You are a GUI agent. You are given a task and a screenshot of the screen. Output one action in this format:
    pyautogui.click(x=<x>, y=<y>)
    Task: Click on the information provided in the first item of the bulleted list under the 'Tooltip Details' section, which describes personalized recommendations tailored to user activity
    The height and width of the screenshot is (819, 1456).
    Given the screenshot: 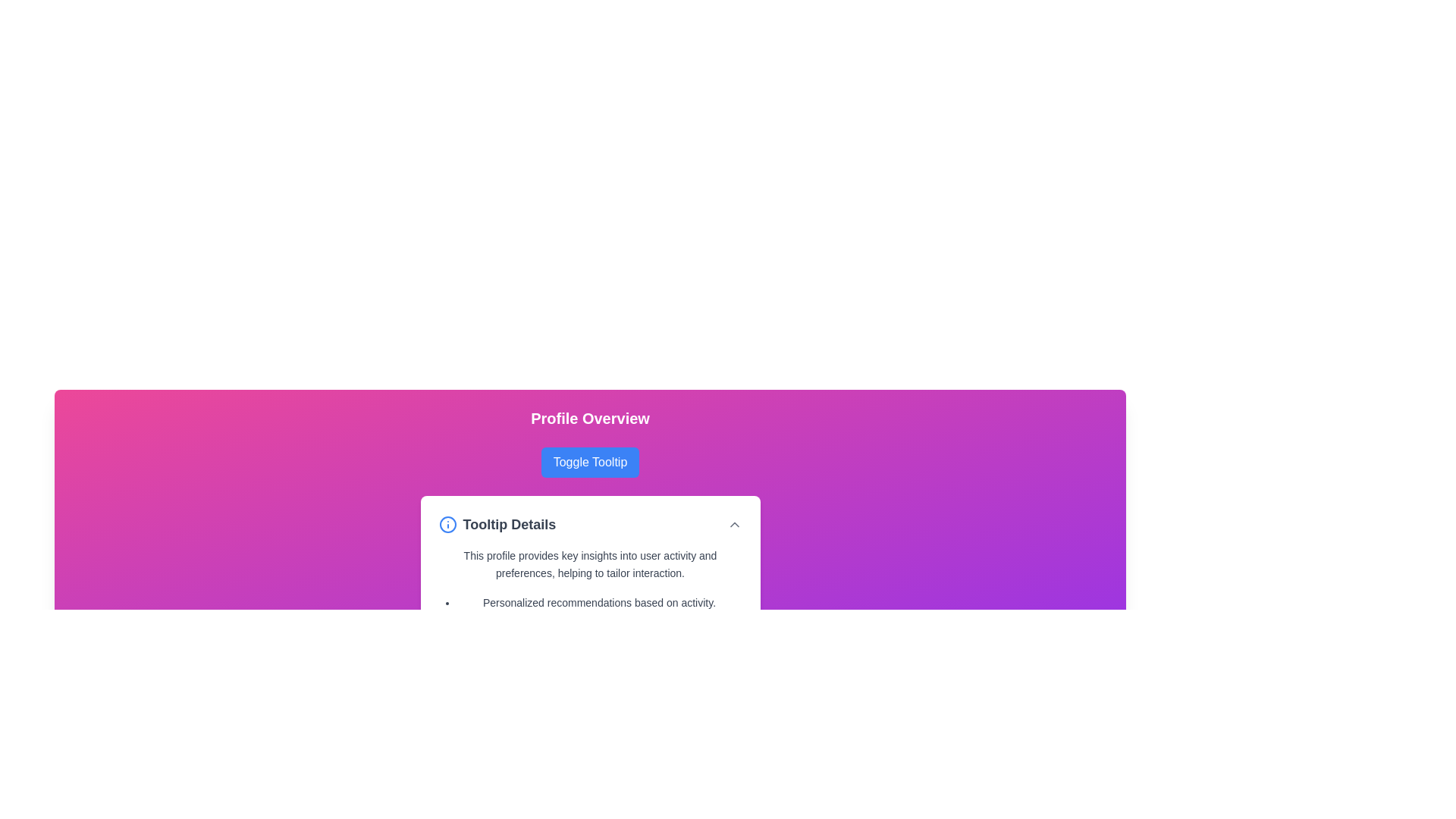 What is the action you would take?
    pyautogui.click(x=598, y=601)
    